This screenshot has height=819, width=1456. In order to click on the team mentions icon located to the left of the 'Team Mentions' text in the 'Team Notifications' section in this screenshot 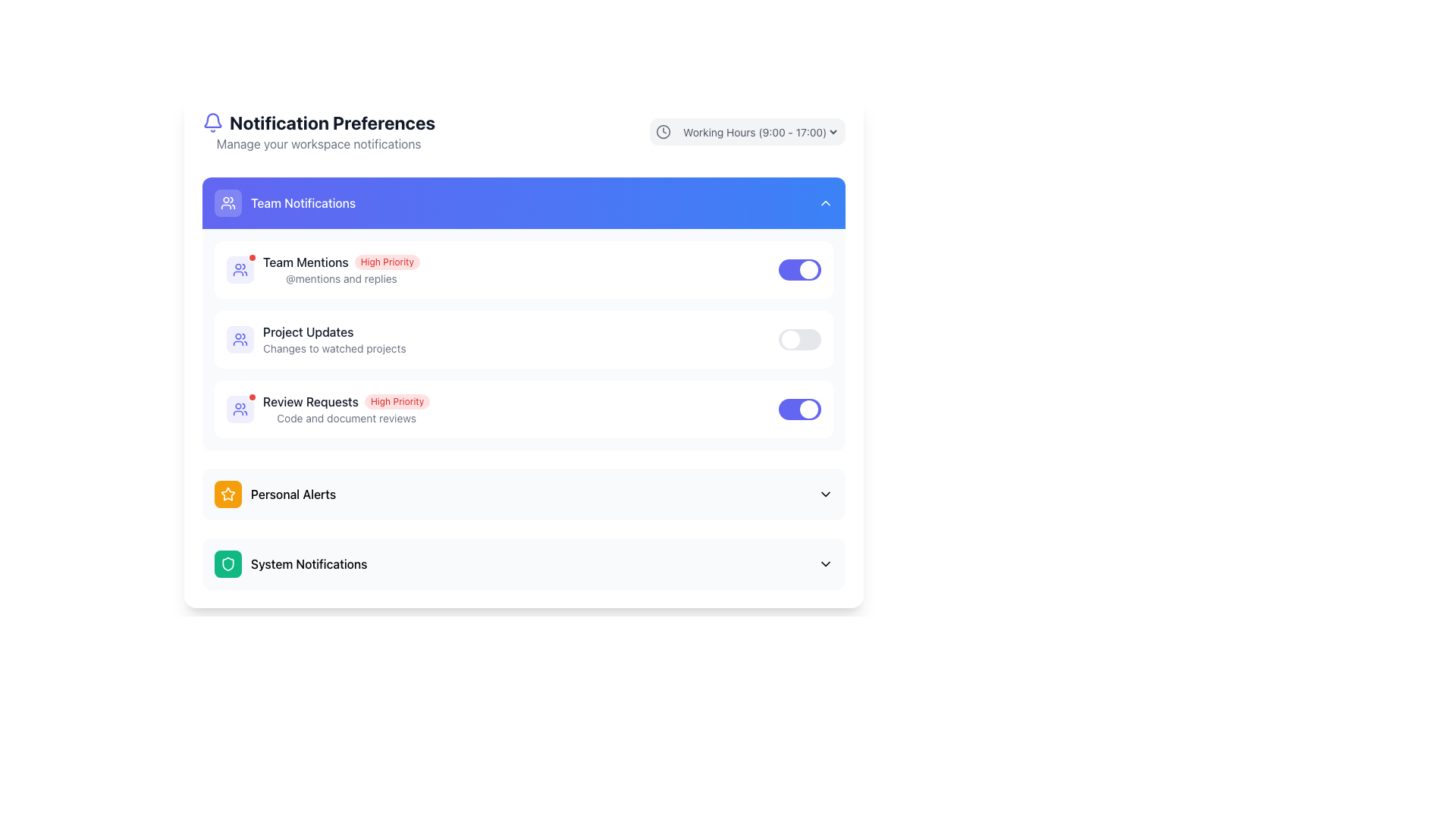, I will do `click(239, 268)`.